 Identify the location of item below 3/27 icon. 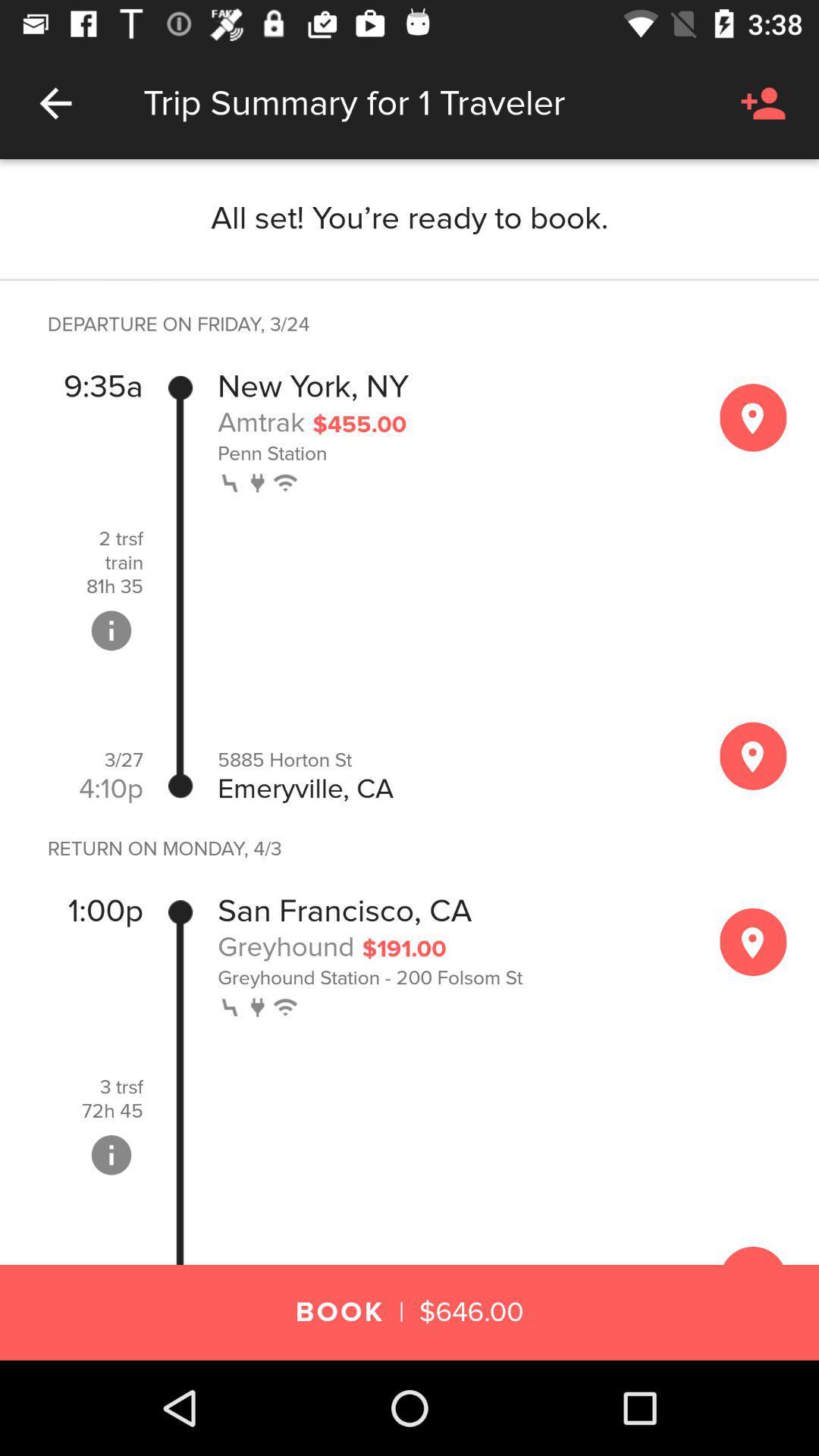
(110, 789).